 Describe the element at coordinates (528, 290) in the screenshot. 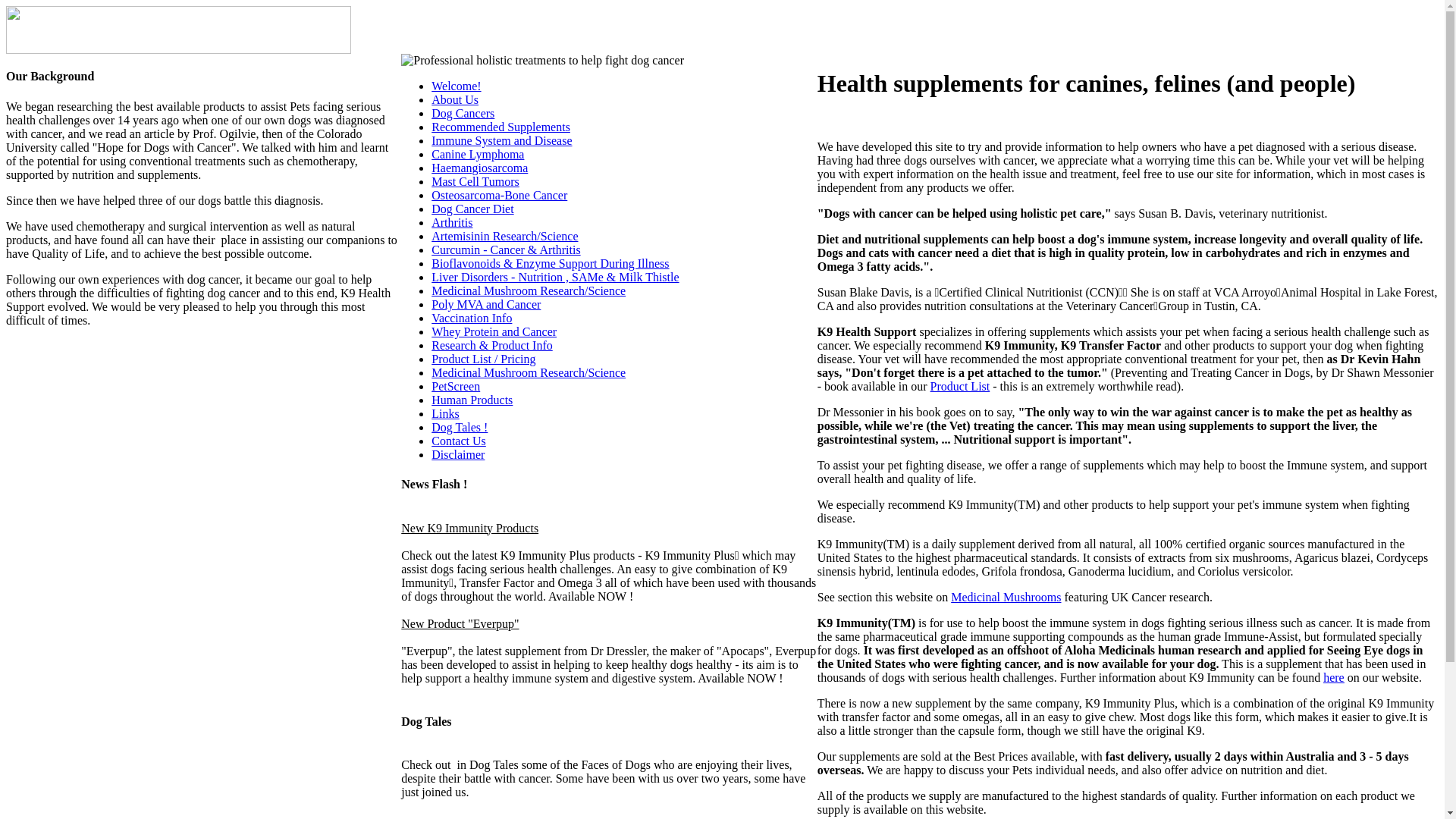

I see `'Medicinal Mushroom Research/Science'` at that location.